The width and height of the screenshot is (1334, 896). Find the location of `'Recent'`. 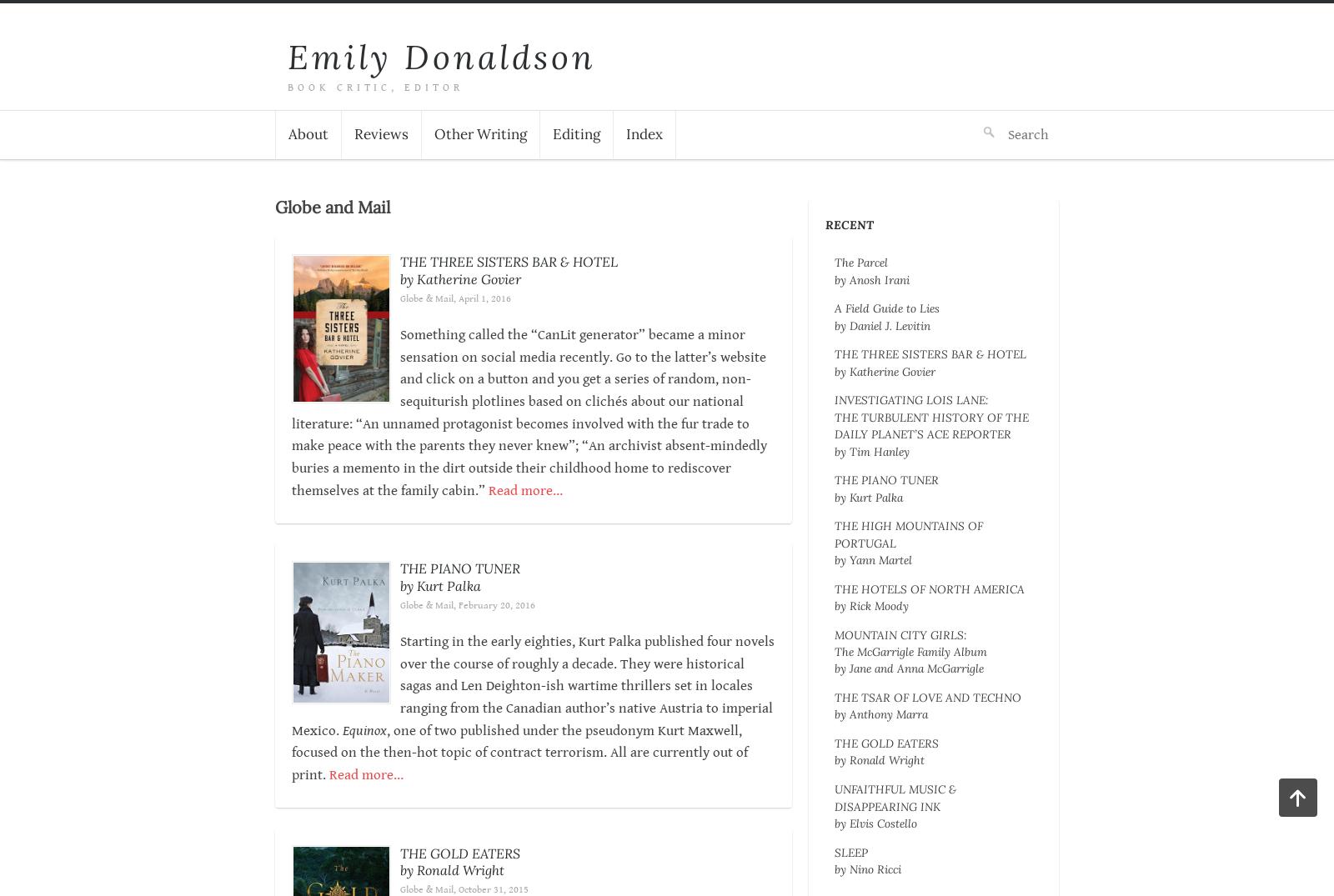

'Recent' is located at coordinates (850, 223).